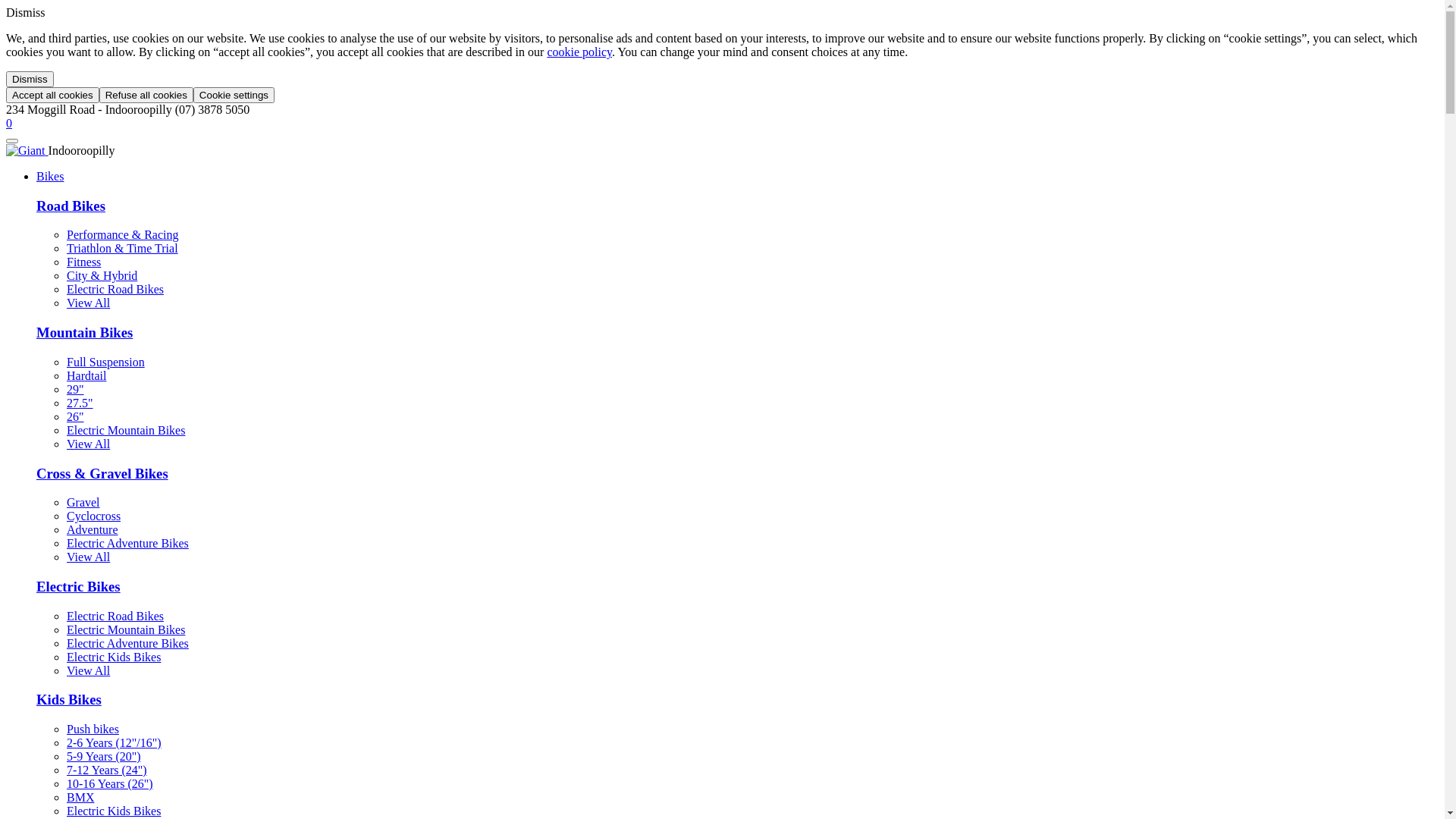 This screenshot has height=819, width=1456. Describe the element at coordinates (578, 51) in the screenshot. I see `'cookie policy'` at that location.